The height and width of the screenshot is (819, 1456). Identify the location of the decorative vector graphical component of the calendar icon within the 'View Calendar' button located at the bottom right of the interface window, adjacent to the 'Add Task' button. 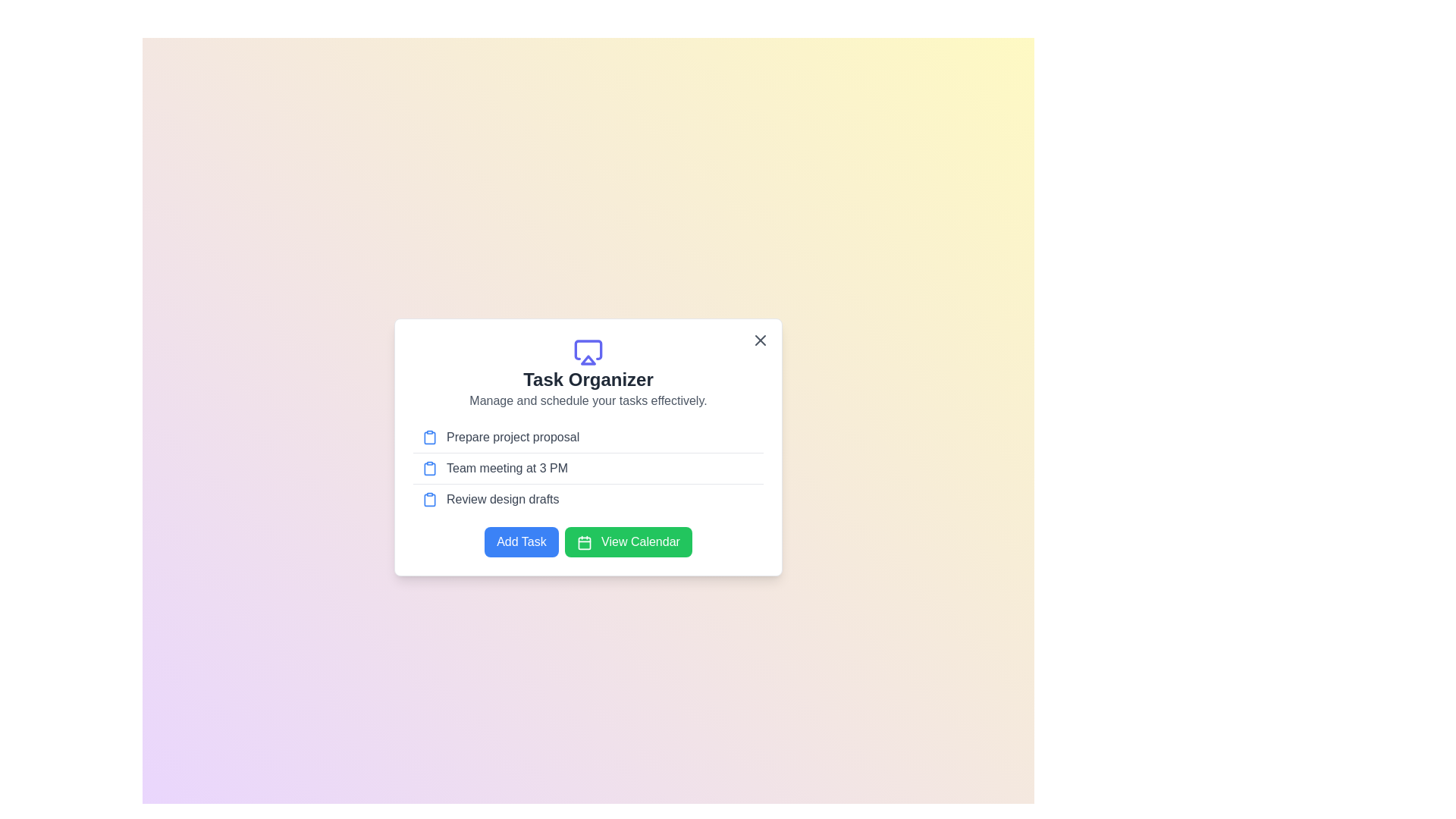
(583, 542).